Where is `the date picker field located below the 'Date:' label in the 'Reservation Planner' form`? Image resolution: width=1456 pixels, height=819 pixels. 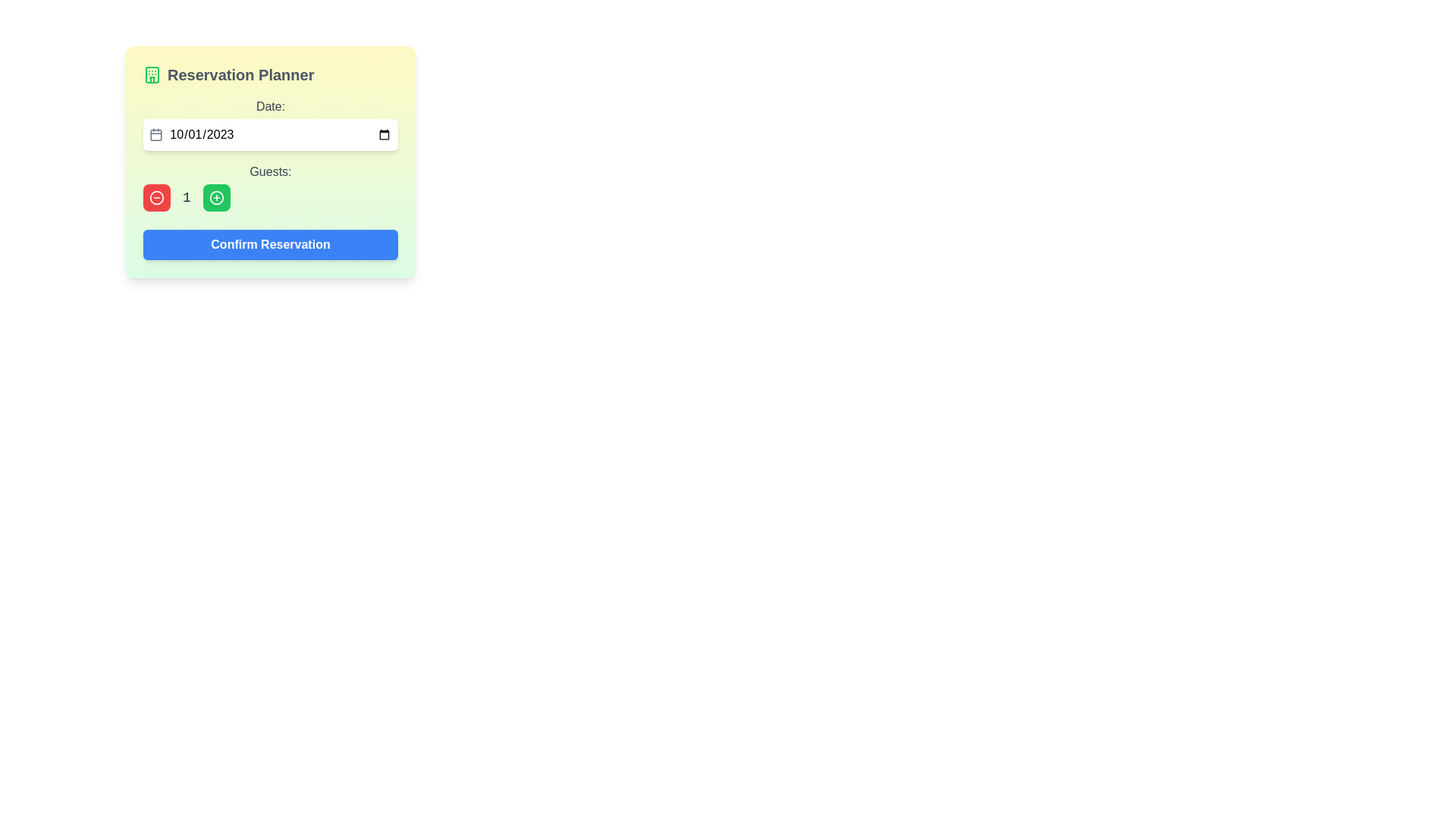
the date picker field located below the 'Date:' label in the 'Reservation Planner' form is located at coordinates (270, 133).